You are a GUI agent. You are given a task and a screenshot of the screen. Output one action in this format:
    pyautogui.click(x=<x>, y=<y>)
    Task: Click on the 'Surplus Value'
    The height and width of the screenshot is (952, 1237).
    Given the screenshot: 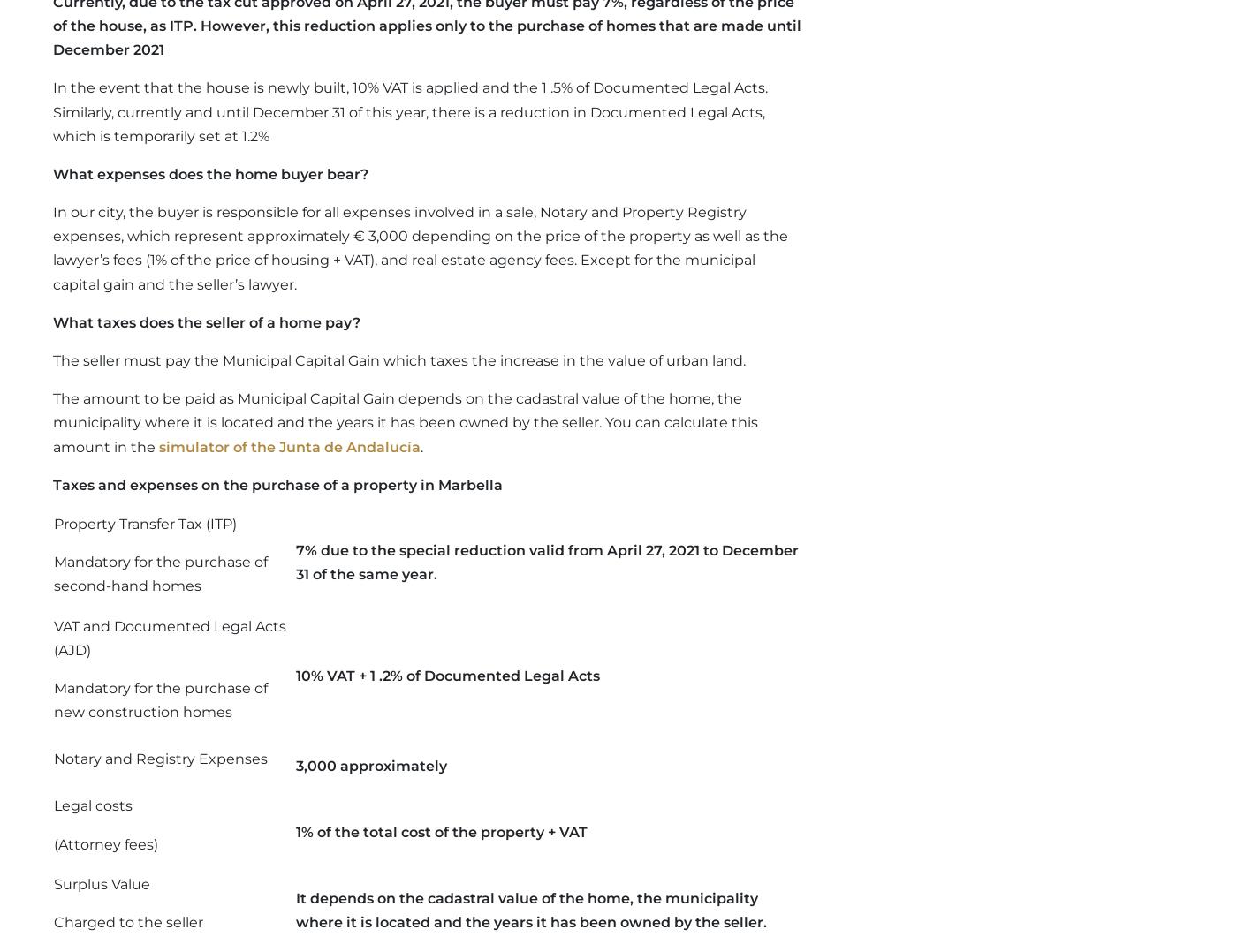 What is the action you would take?
    pyautogui.click(x=102, y=883)
    